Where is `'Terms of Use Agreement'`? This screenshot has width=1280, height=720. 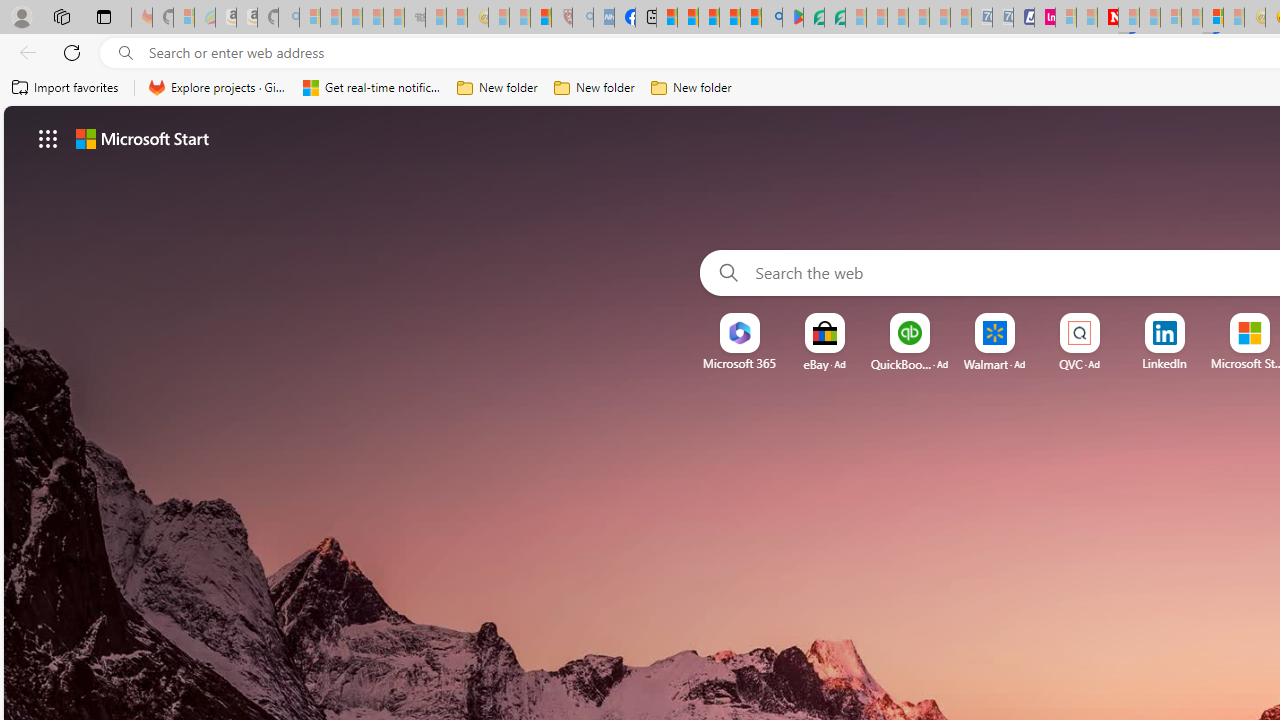
'Terms of Use Agreement' is located at coordinates (814, 17).